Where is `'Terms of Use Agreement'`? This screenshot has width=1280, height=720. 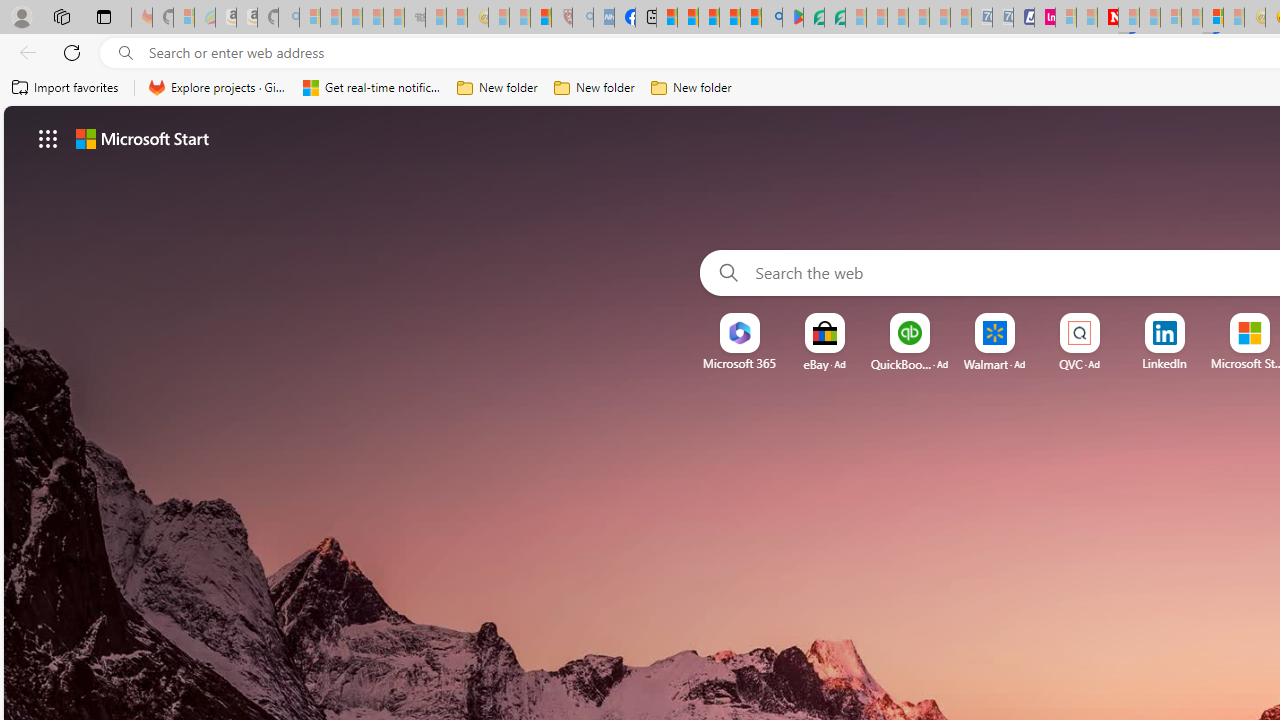
'Terms of Use Agreement' is located at coordinates (814, 17).